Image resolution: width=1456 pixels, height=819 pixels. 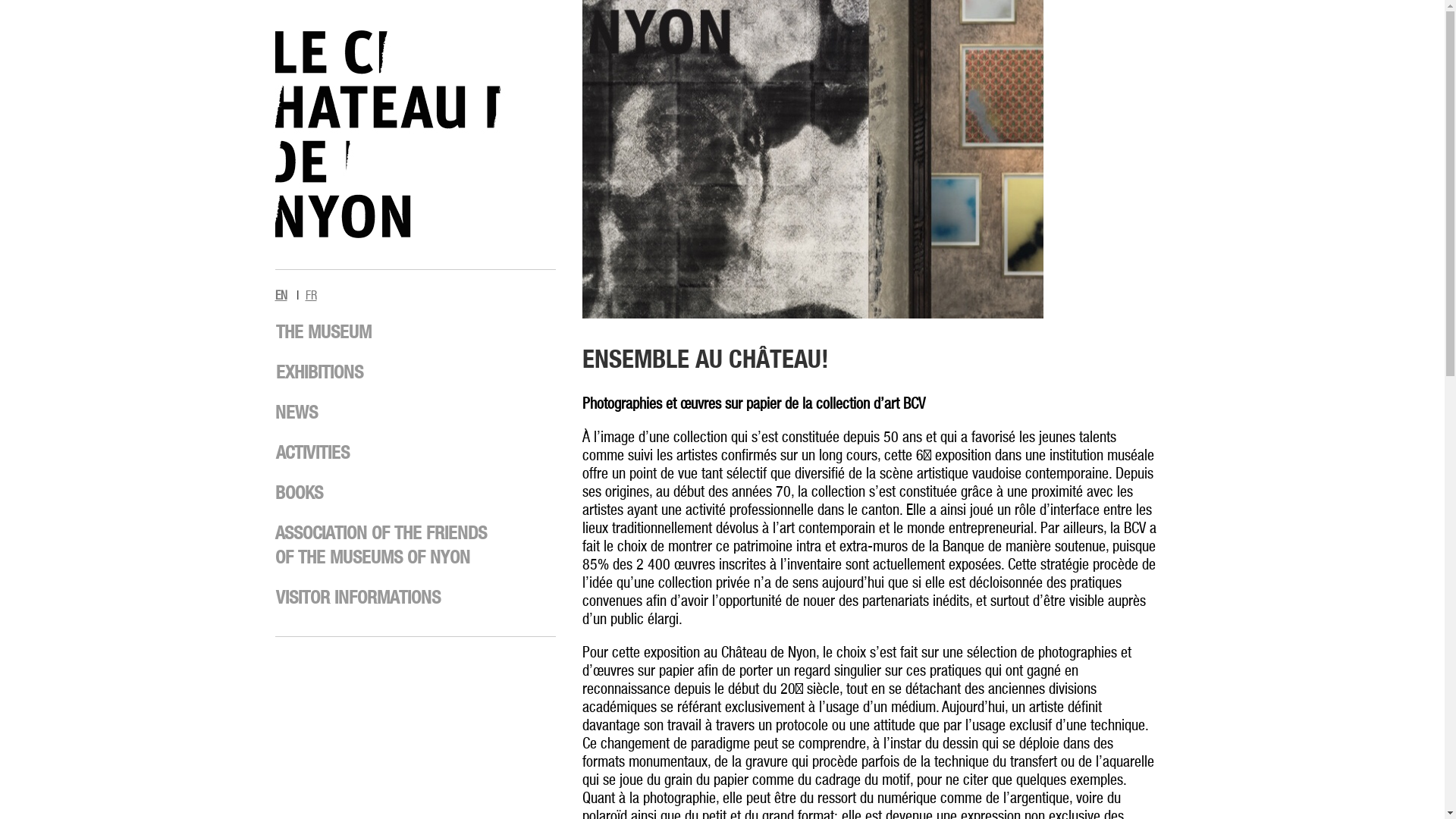 I want to click on 'ACTIVITIES', so click(x=276, y=451).